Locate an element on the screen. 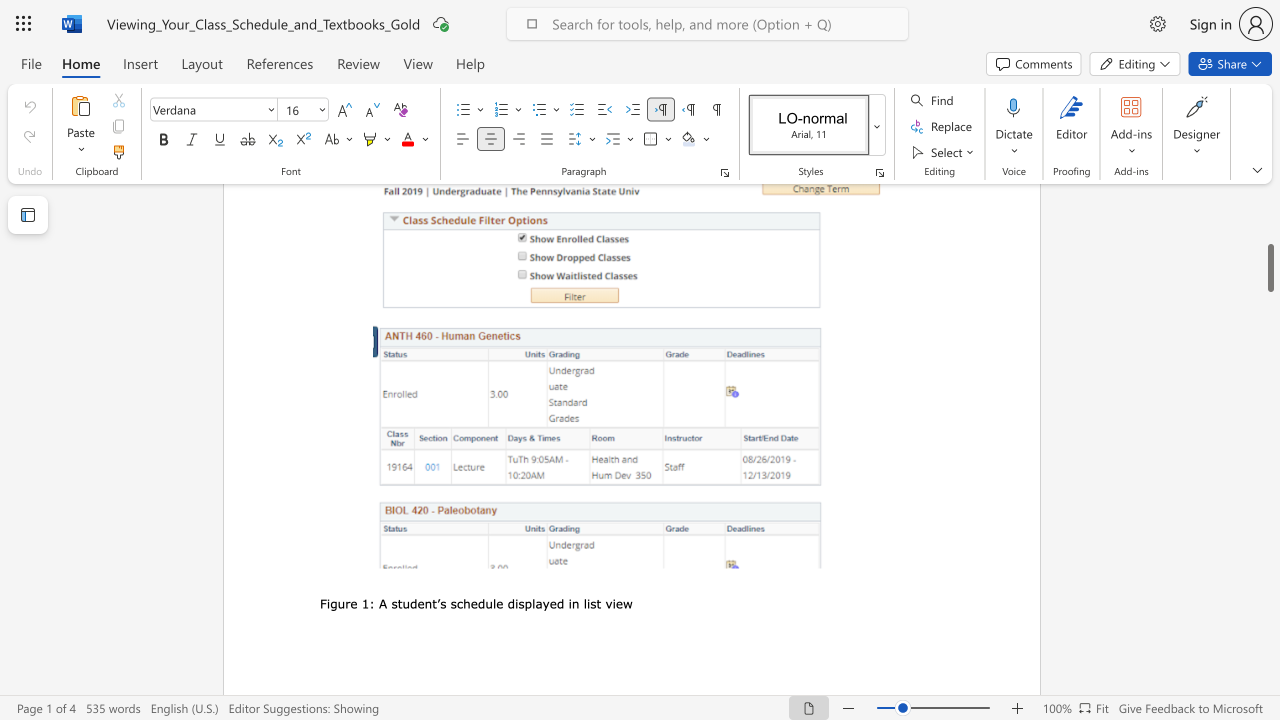 The height and width of the screenshot is (720, 1280). the scrollbar and move up 430 pixels is located at coordinates (1269, 267).